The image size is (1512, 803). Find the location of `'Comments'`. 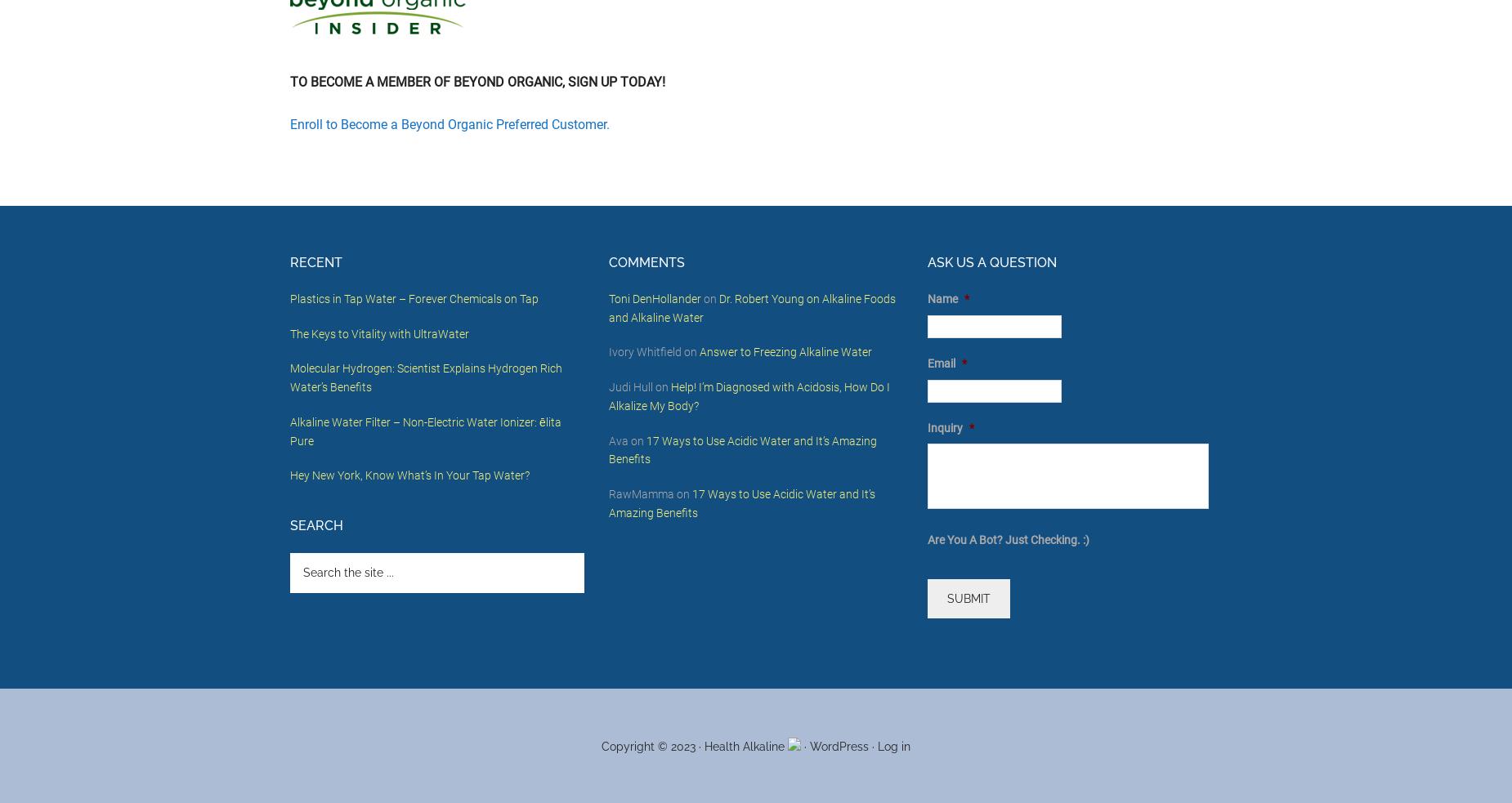

'Comments' is located at coordinates (646, 261).